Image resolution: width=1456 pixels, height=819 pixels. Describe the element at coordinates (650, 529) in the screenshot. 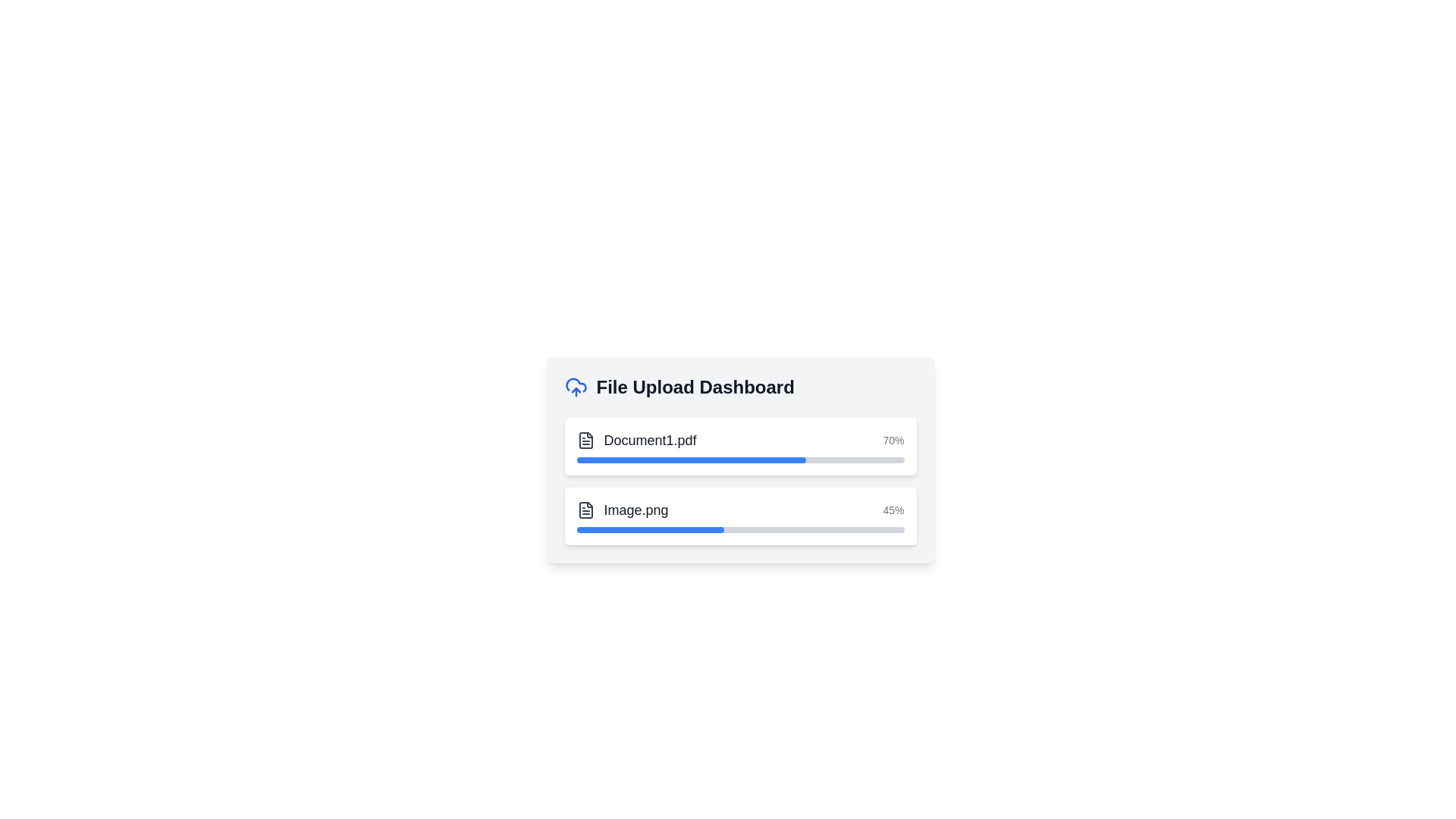

I see `the progress indicator that shows a 45% completion status within the second progress bar in a vertical stack of progress bars` at that location.